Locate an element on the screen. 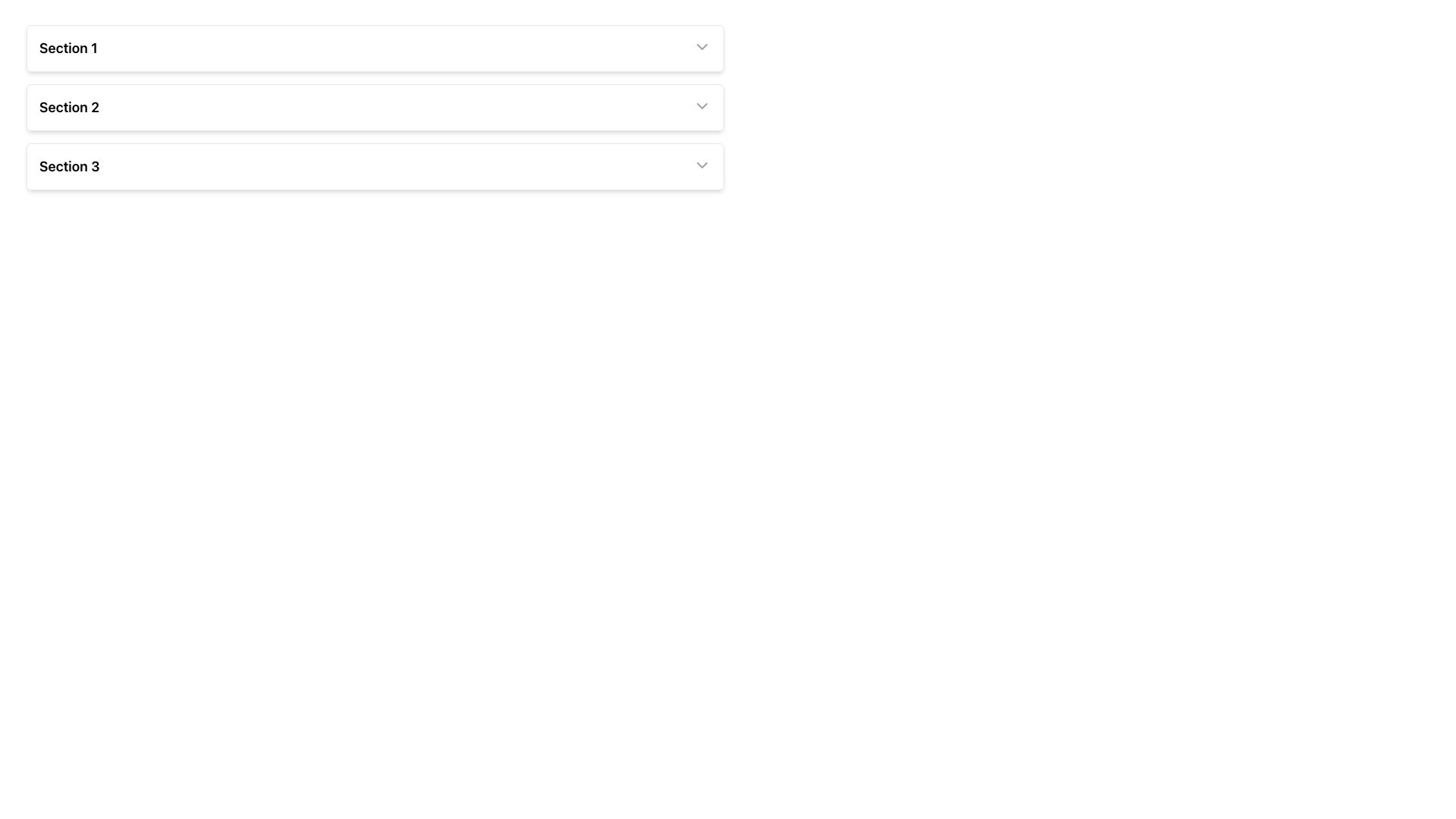 The width and height of the screenshot is (1456, 819). the icon located at the extreme right end of the header for 'Section 3' is located at coordinates (701, 165).